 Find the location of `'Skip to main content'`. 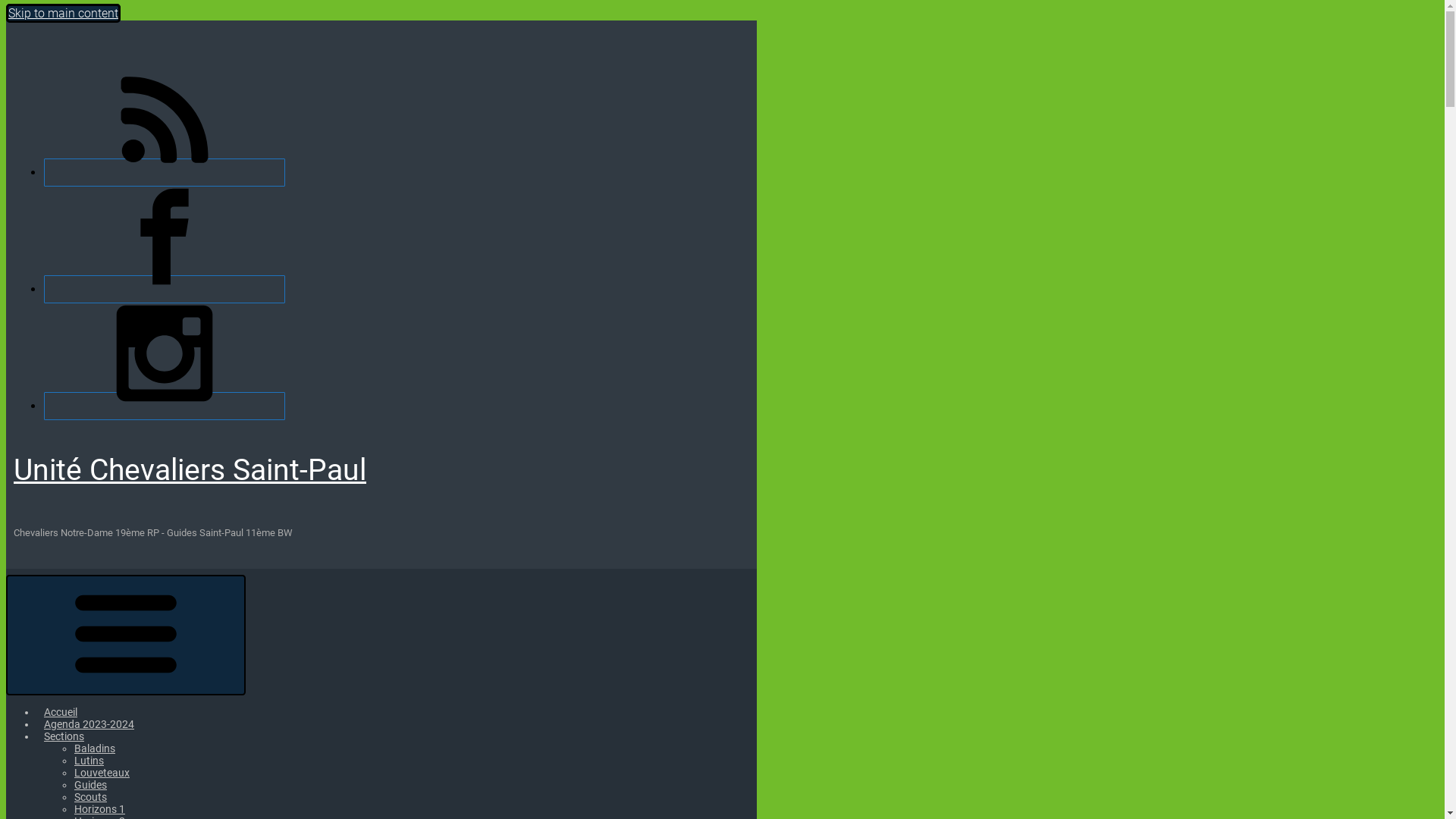

'Skip to main content' is located at coordinates (62, 13).